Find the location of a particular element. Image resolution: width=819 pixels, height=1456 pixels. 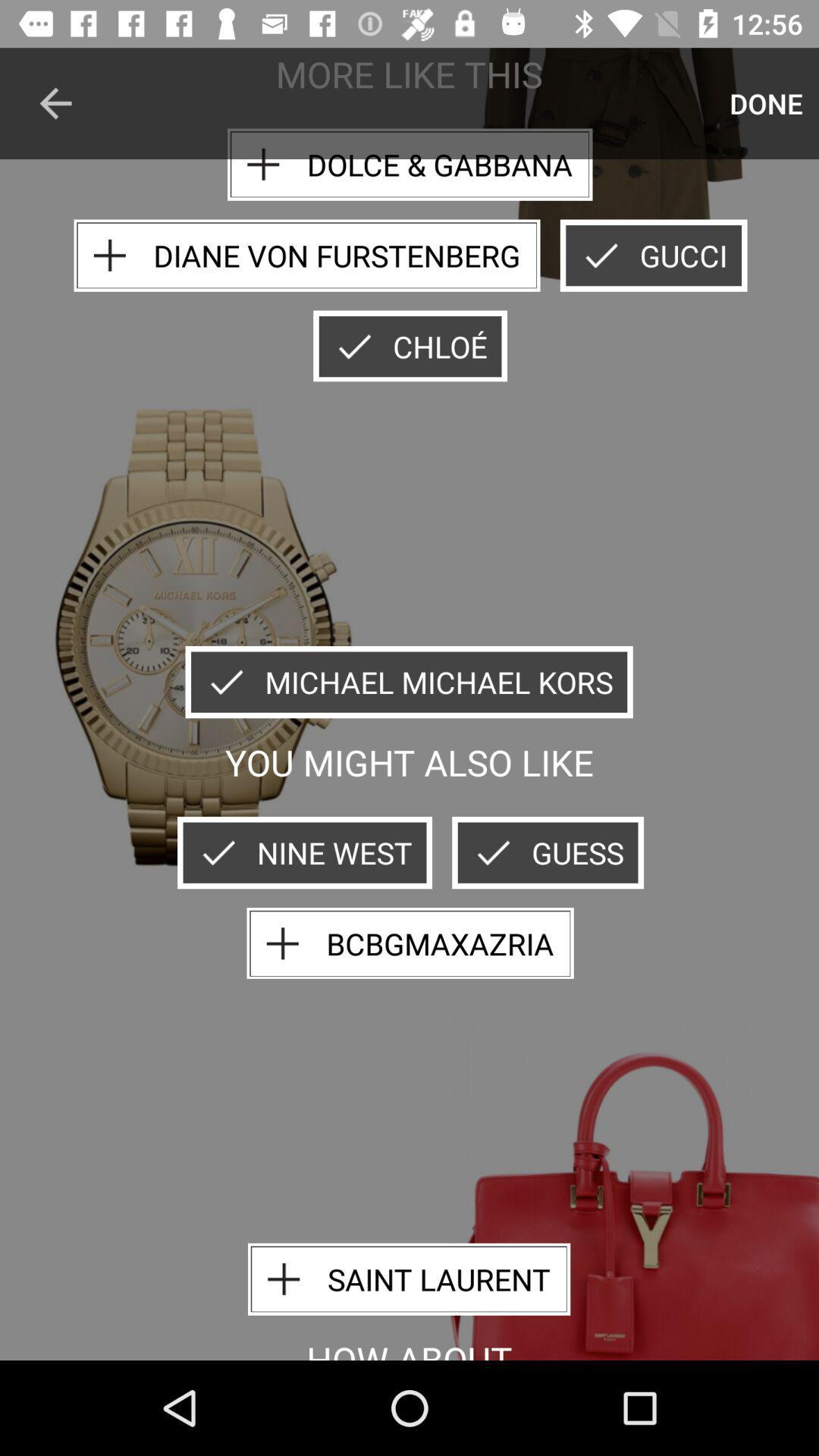

saint laurent icon is located at coordinates (408, 1279).